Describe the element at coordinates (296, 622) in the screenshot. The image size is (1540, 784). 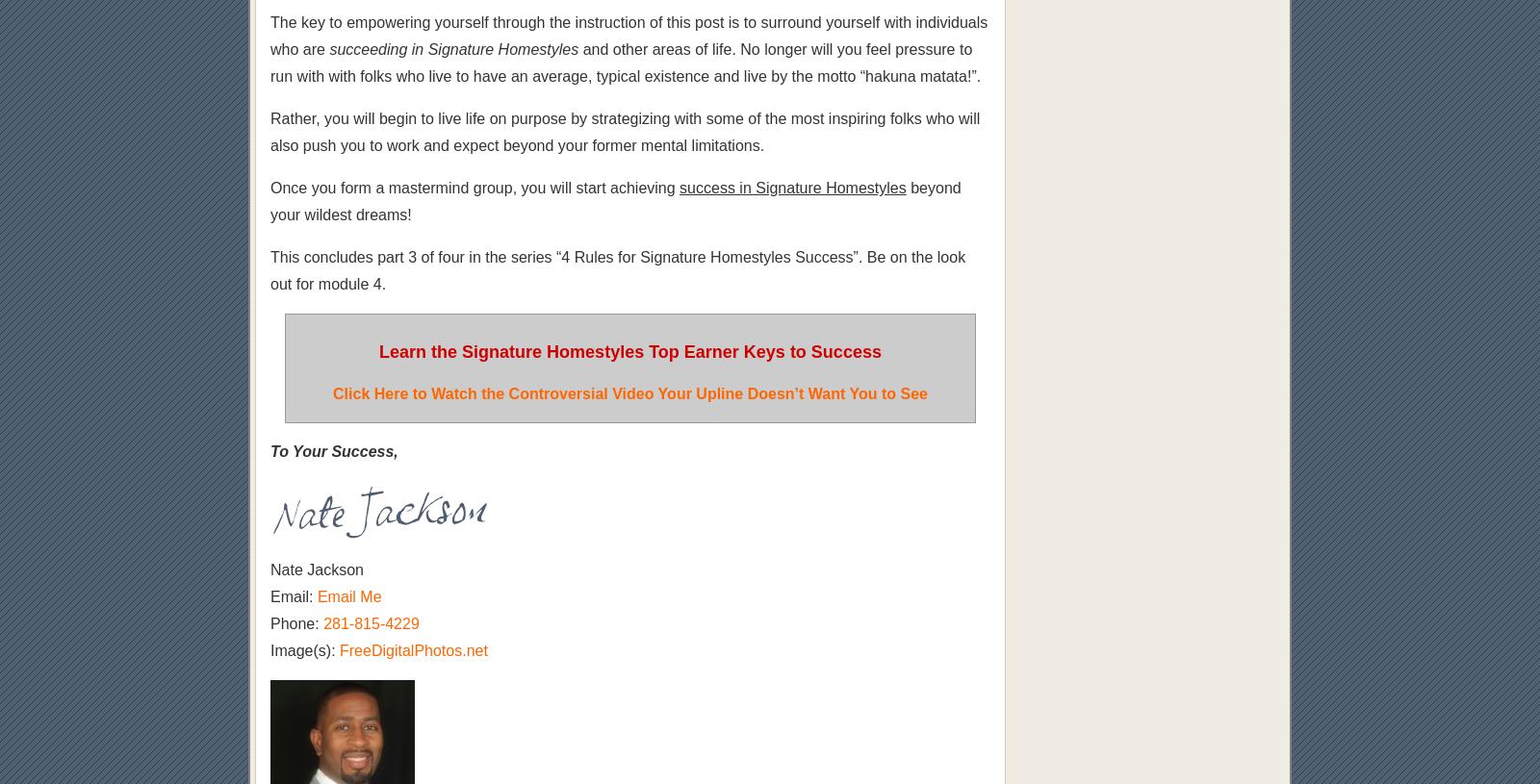
I see `'Phone:'` at that location.